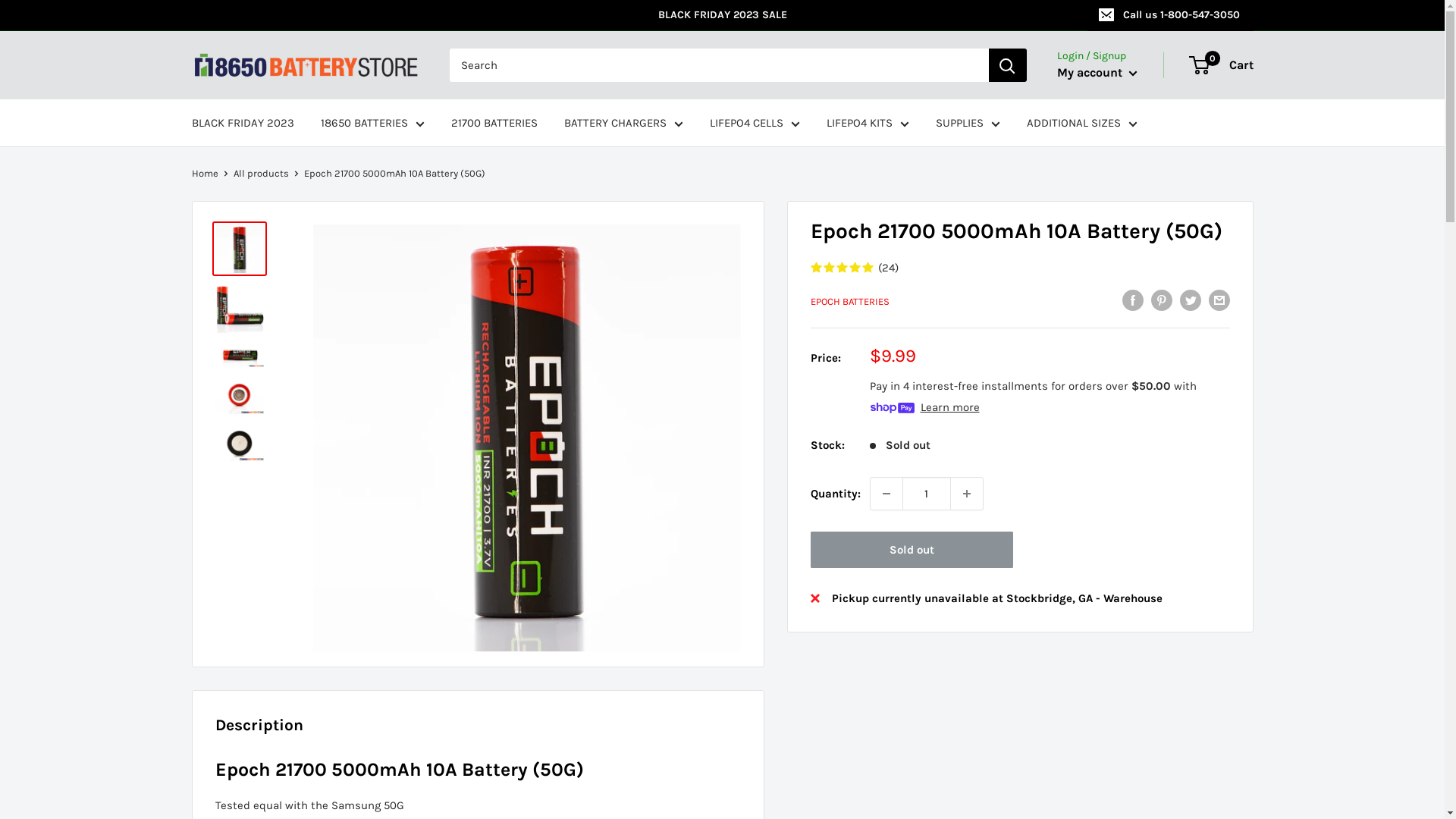 This screenshot has width=1456, height=819. Describe the element at coordinates (319, 122) in the screenshot. I see `'18650 BATTERIES'` at that location.